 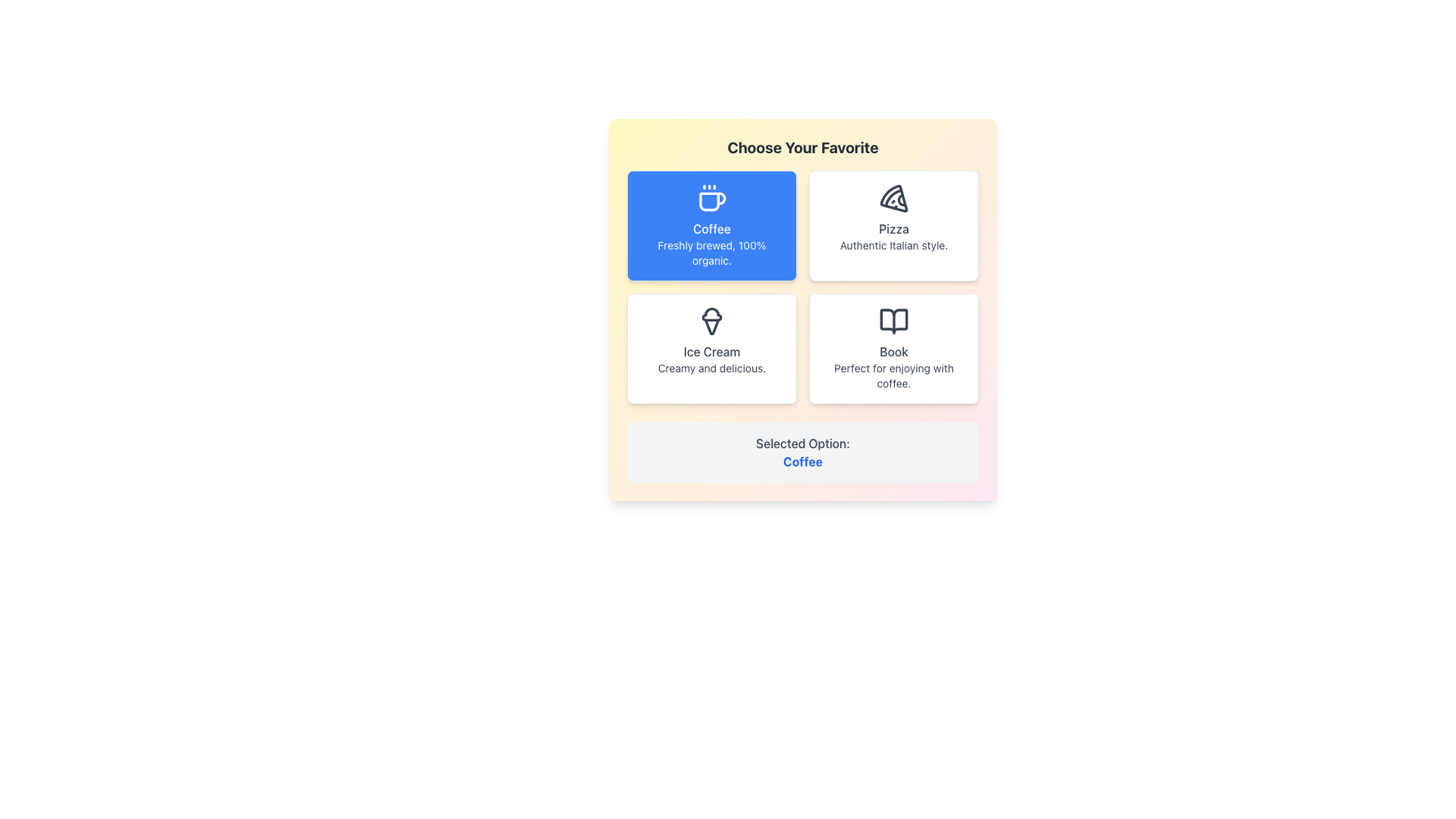 I want to click on the open book icon located in the bottom-right card of the grid arrangement, positioned above the text 'Book' and 'Perfect for enjoying with coffee.', so click(x=894, y=321).